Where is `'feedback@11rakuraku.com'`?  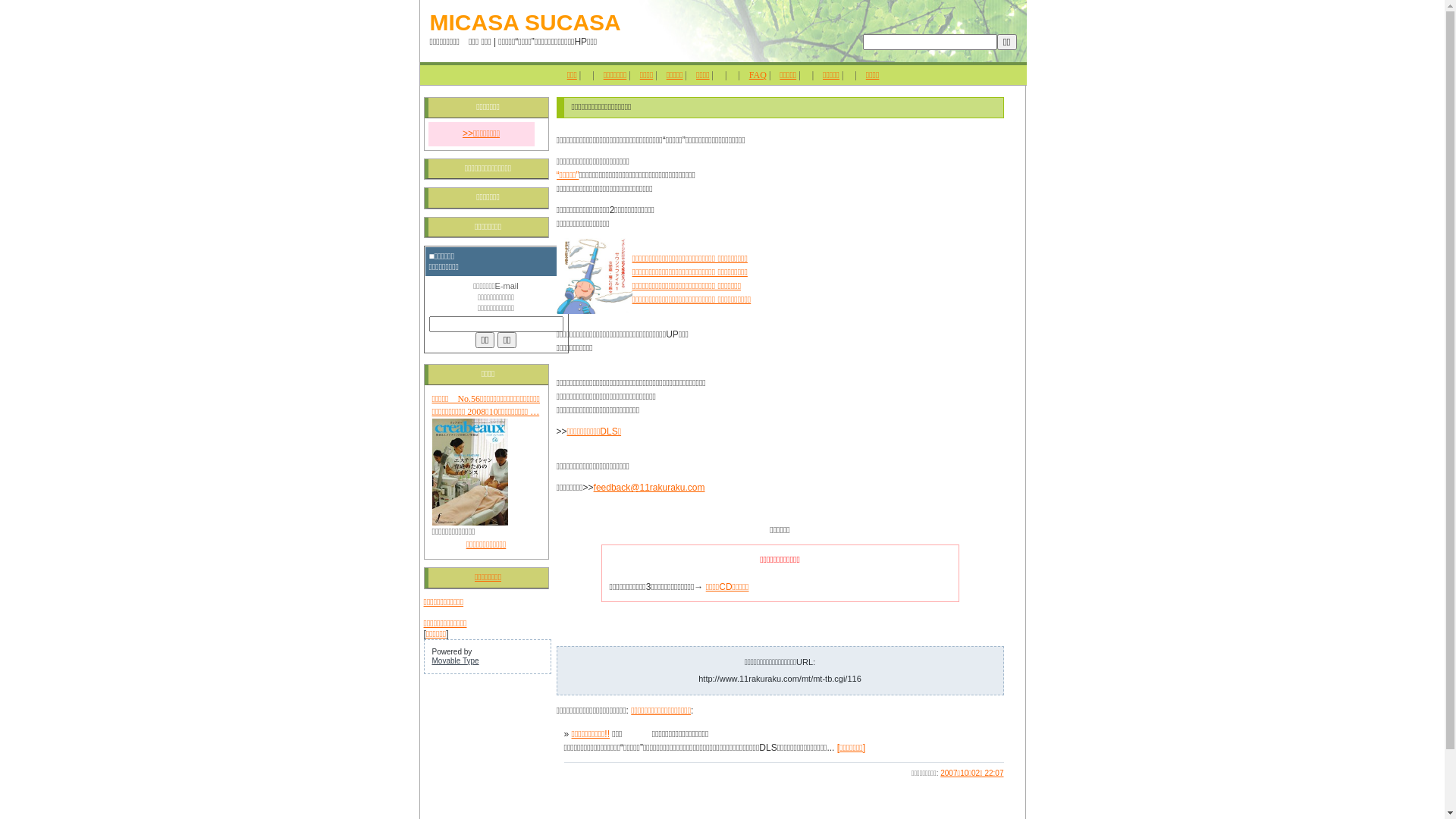
'feedback@11rakuraku.com' is located at coordinates (649, 488).